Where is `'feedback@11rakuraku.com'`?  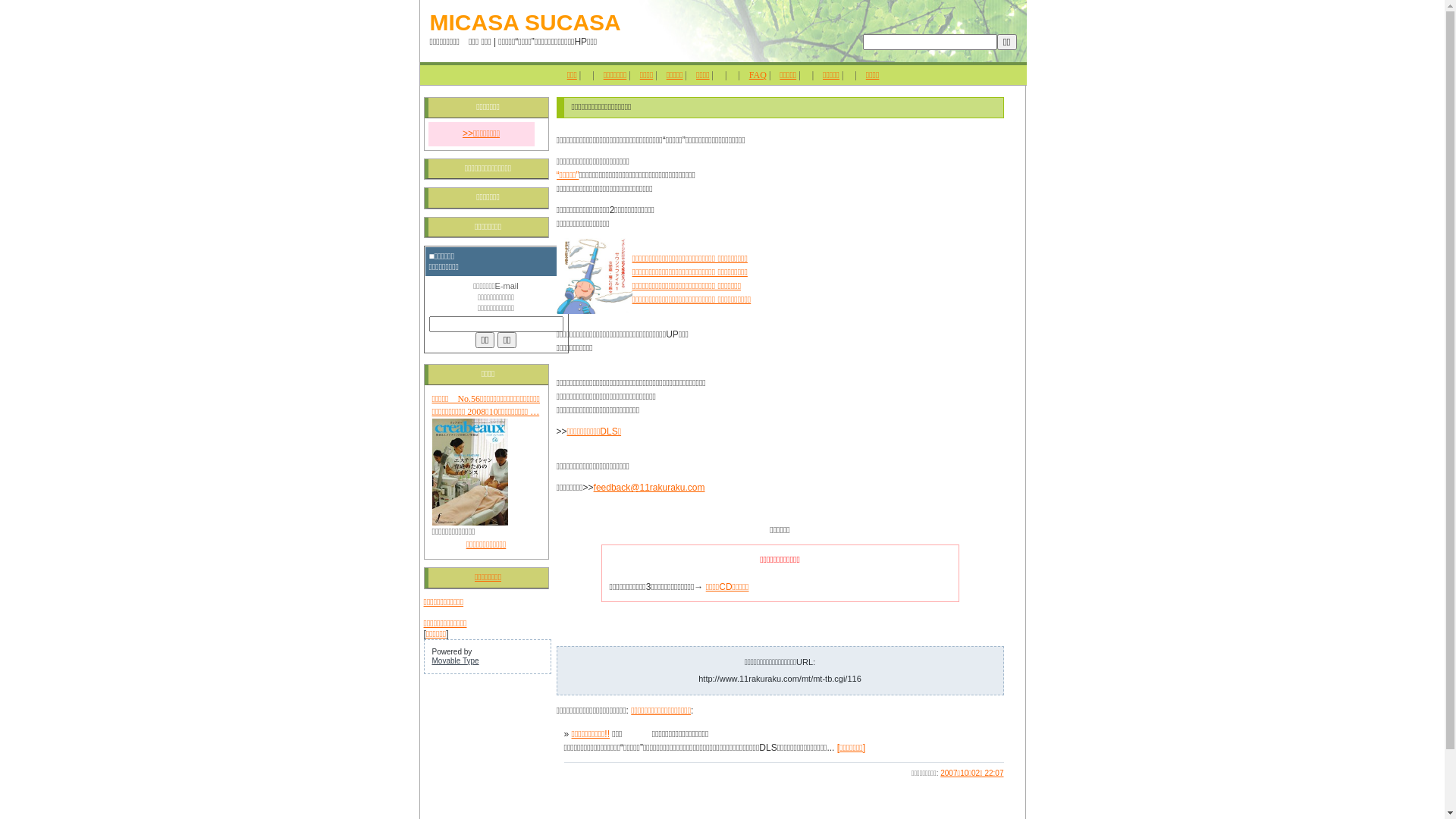
'feedback@11rakuraku.com' is located at coordinates (649, 488).